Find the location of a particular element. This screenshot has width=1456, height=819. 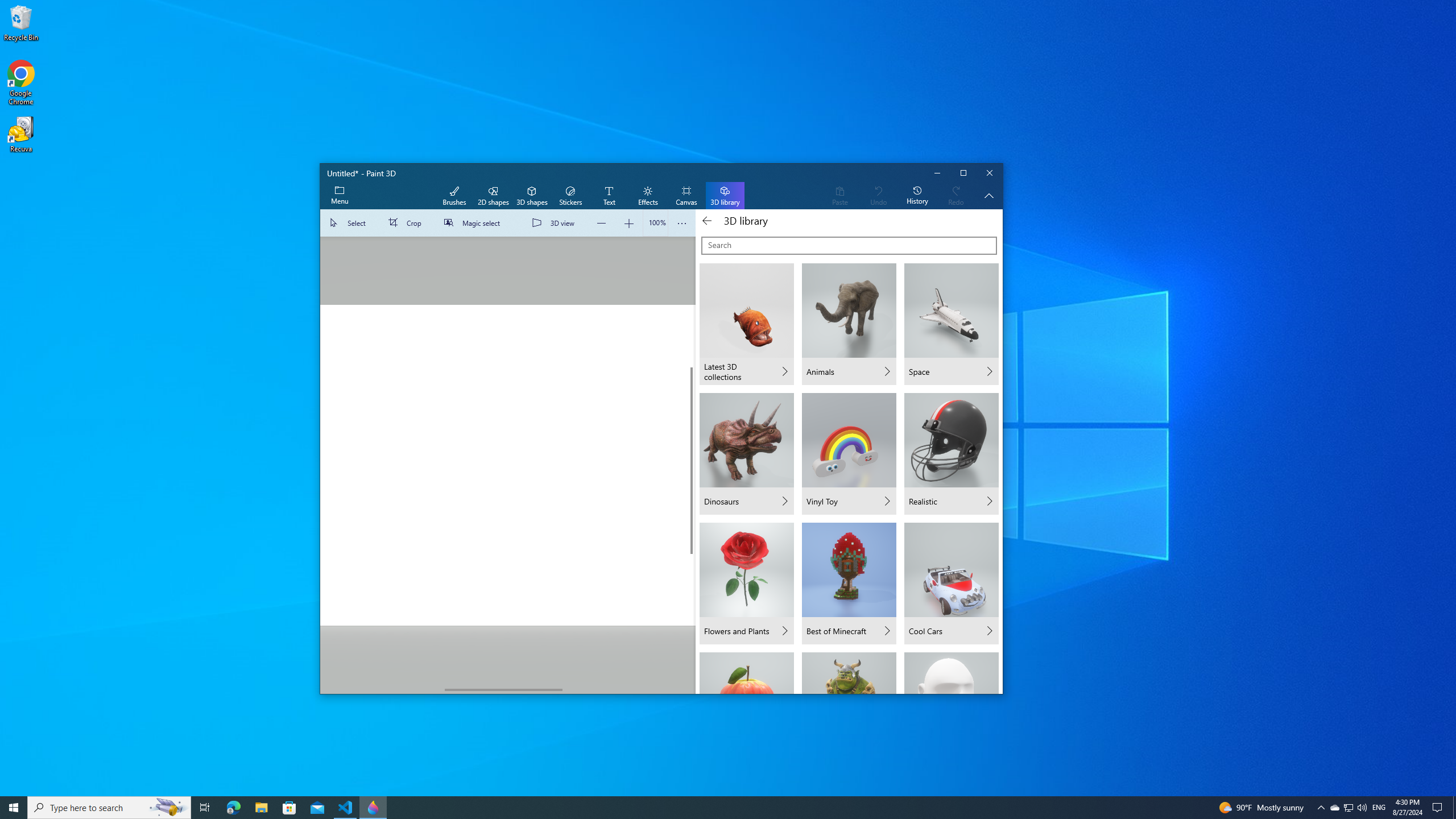

'3D library' is located at coordinates (724, 196).